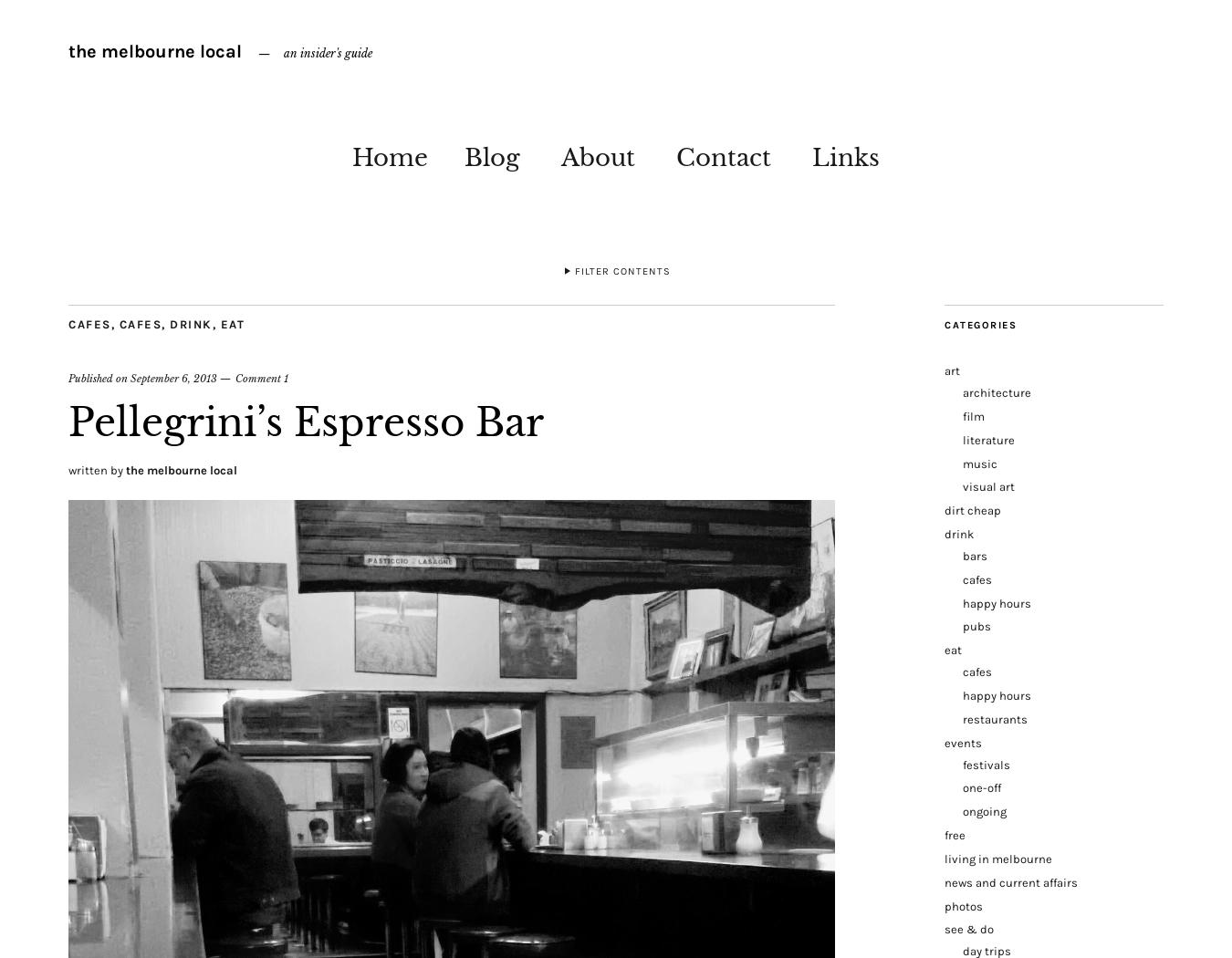 The height and width of the screenshot is (958, 1232). Describe the element at coordinates (986, 764) in the screenshot. I see `'festivals'` at that location.